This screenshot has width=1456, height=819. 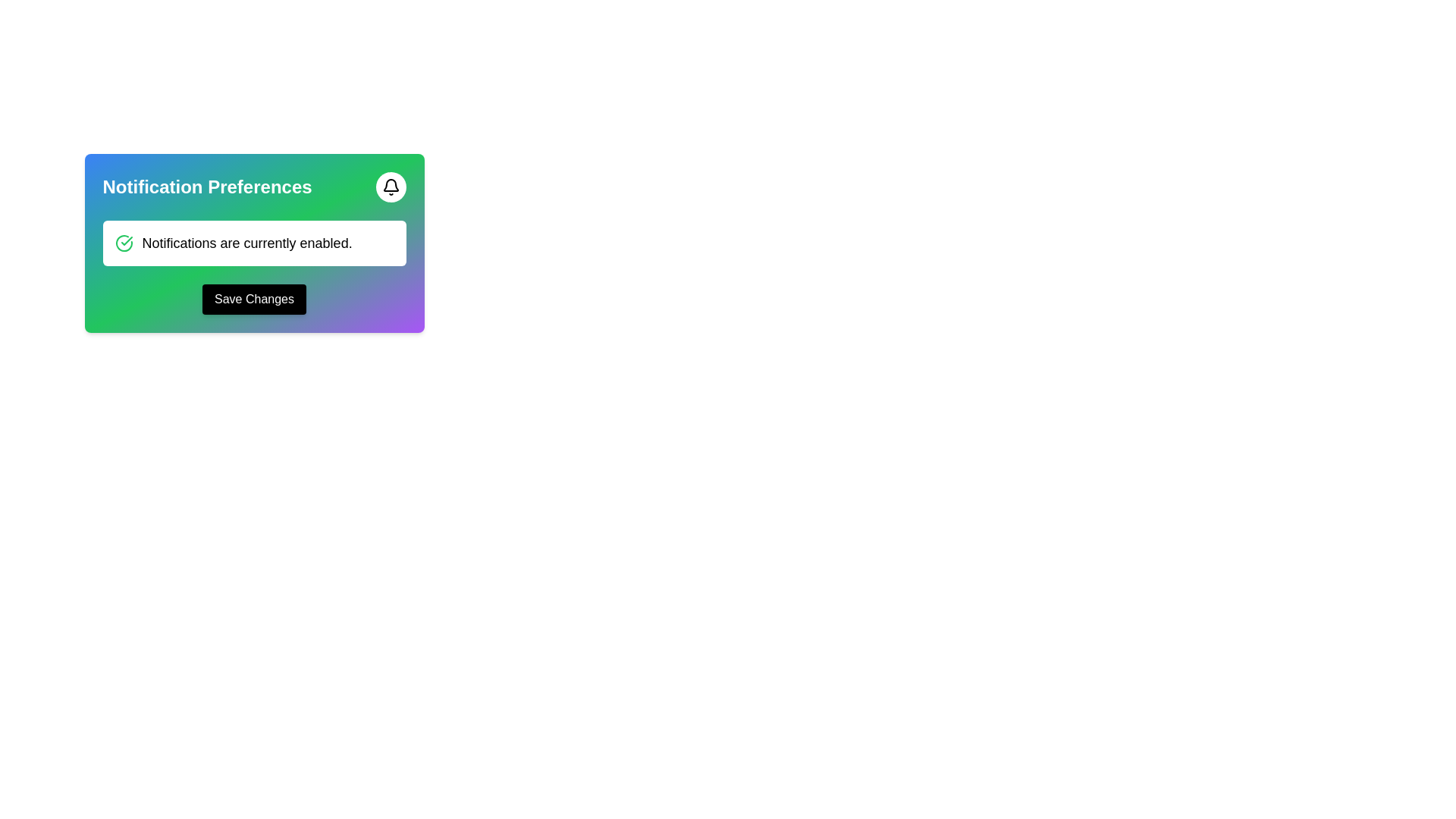 I want to click on the 'Save Changes' button, which is a rectangular button with white text on a black background, located within a rounded-corner panel below the notifications label, so click(x=254, y=299).